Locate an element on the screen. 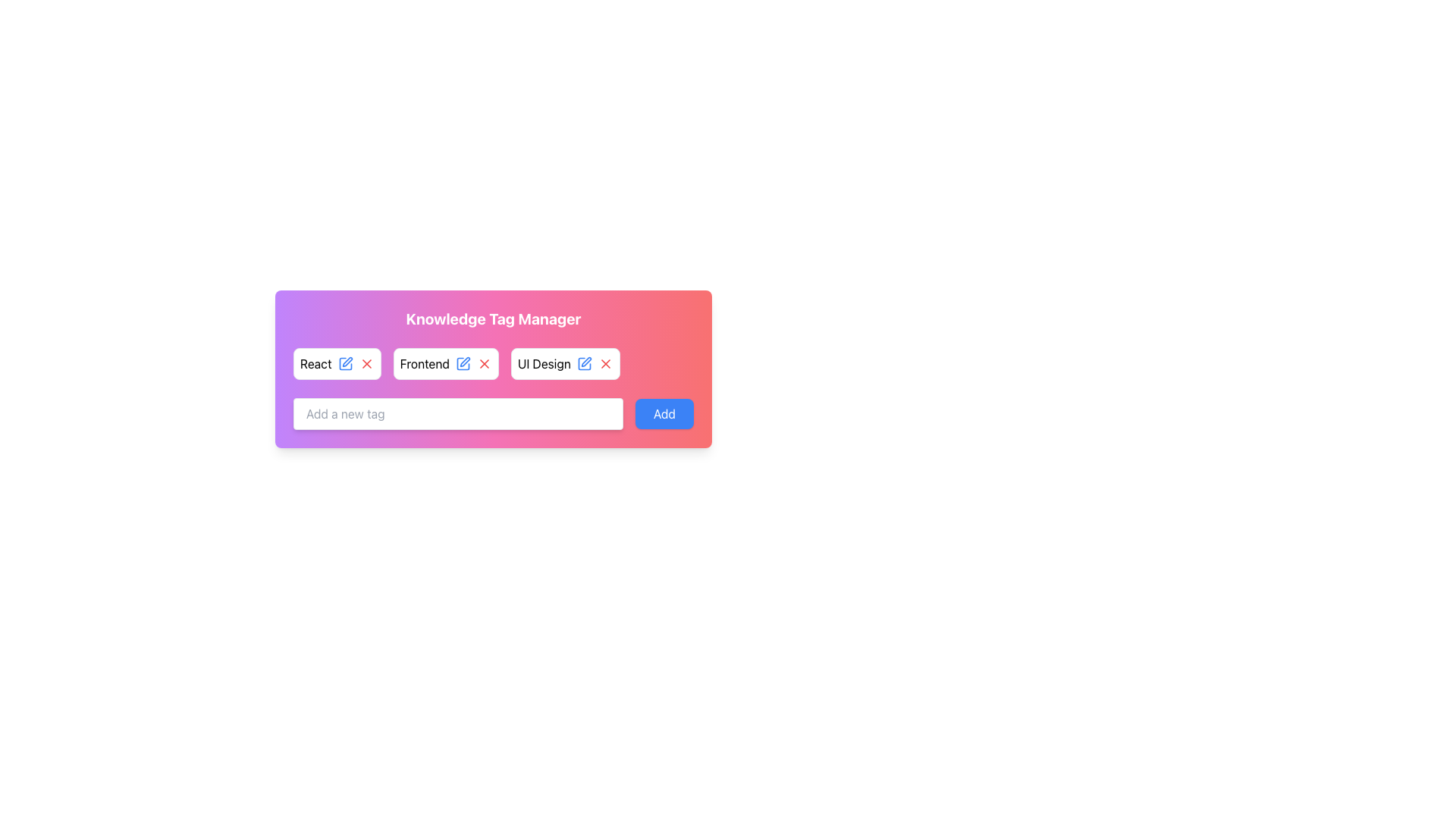 This screenshot has width=1456, height=819. the text label displaying 'Frontend' which is the second tag in a horizontal list of tags, positioned centrally between 'React' and 'UI Design' is located at coordinates (425, 363).